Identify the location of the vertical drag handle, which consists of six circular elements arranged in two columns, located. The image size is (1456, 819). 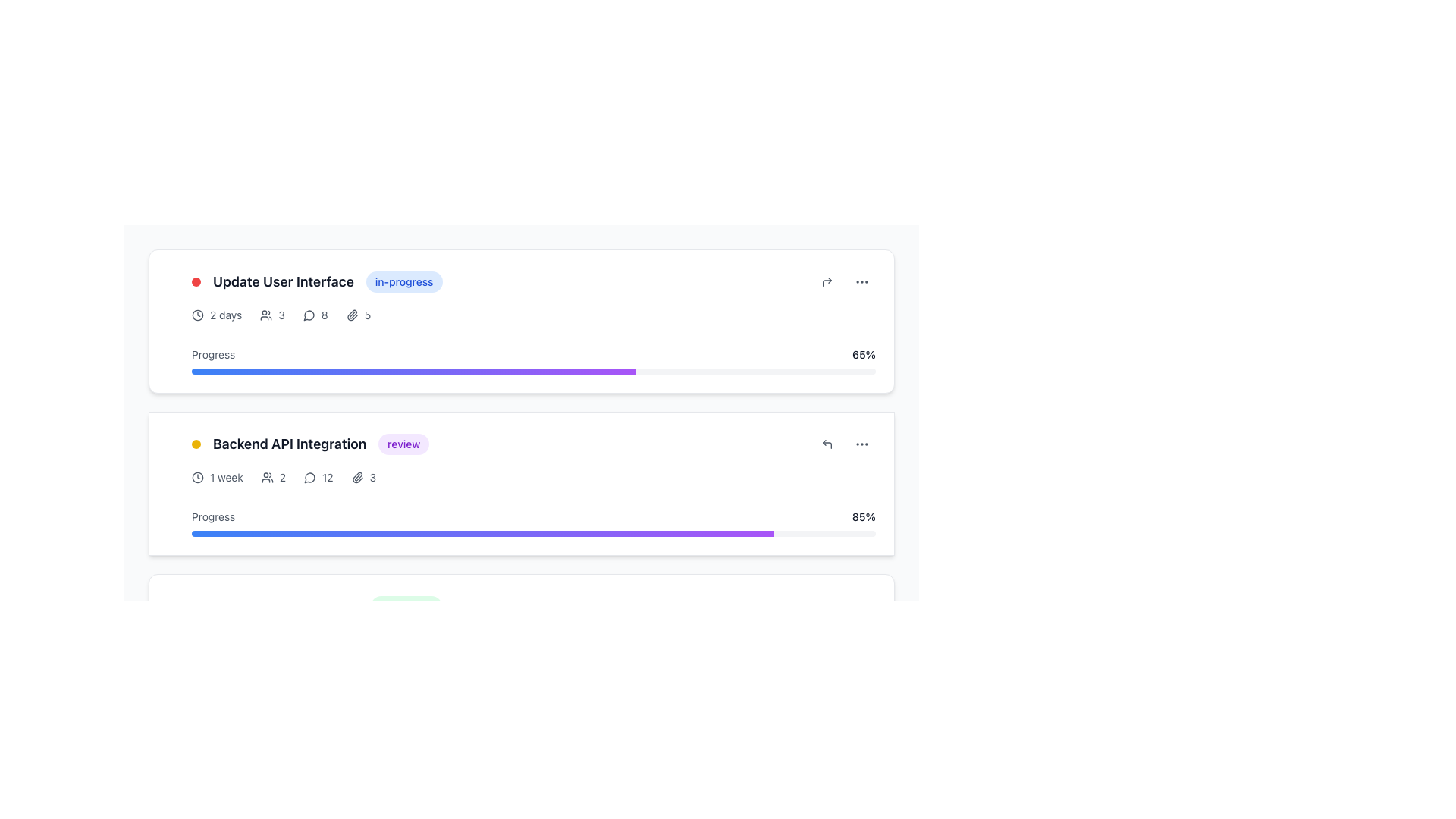
(168, 321).